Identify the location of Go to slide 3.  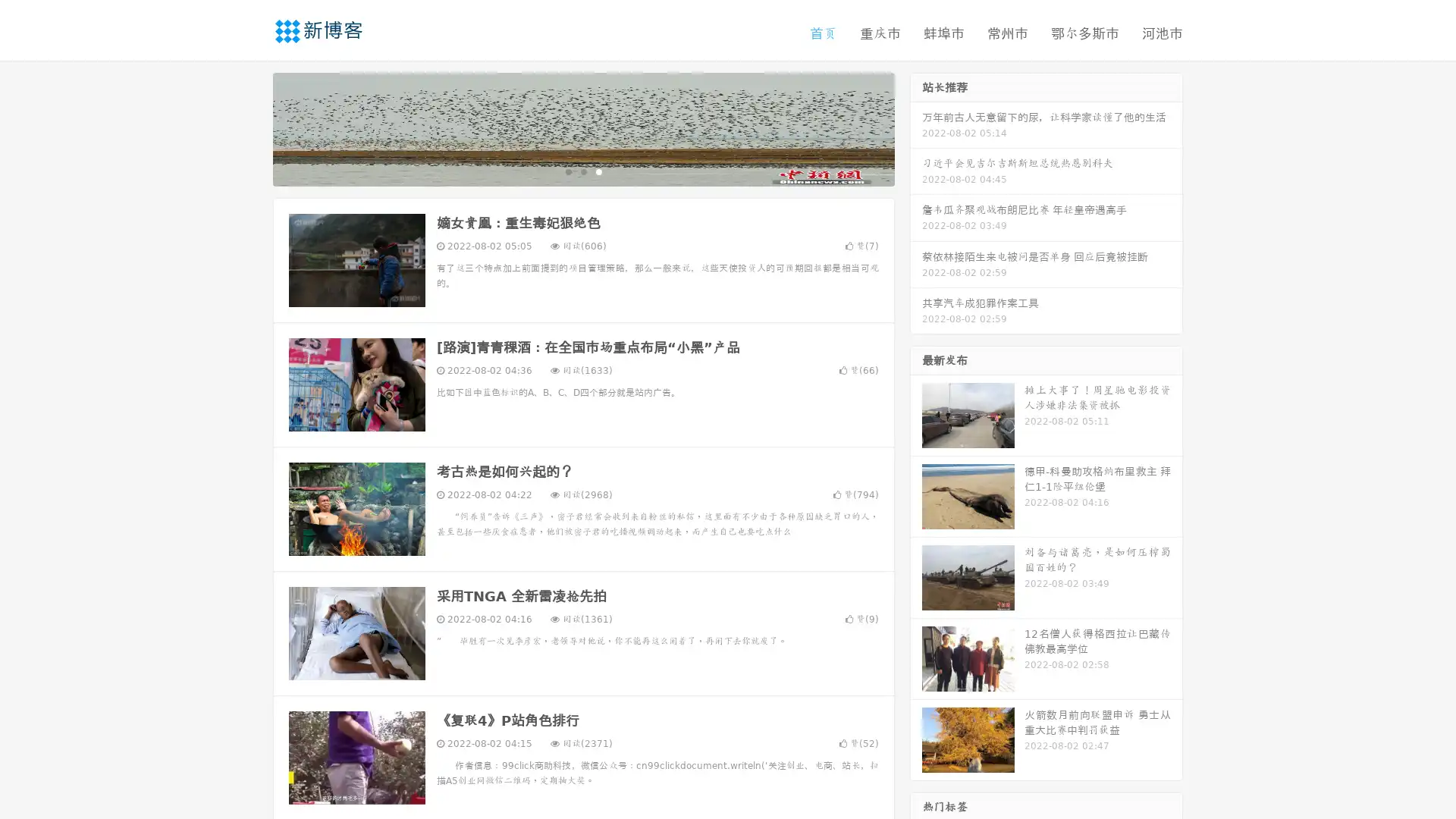
(598, 171).